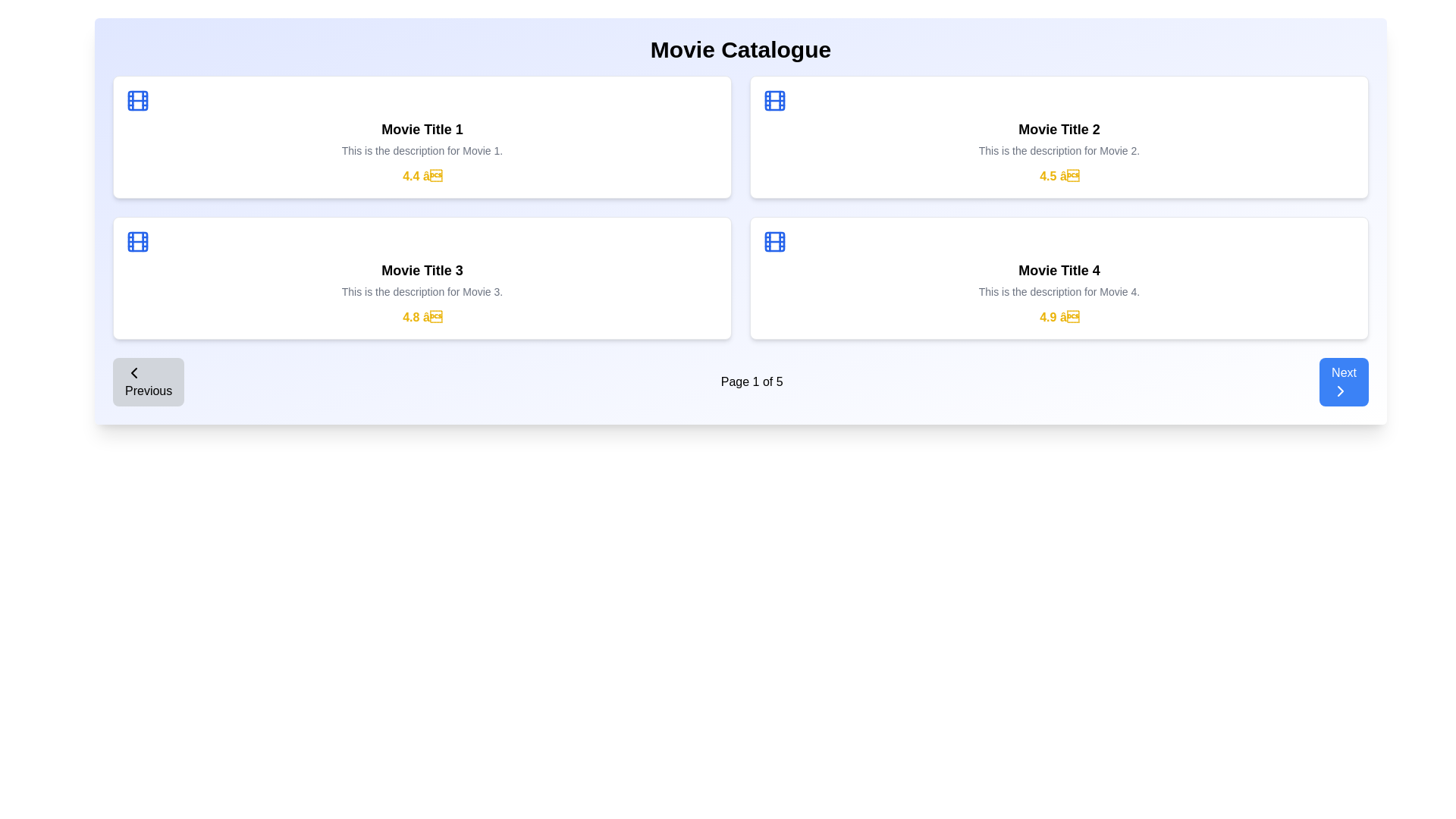 The image size is (1456, 819). Describe the element at coordinates (138, 241) in the screenshot. I see `the icon in the top-left corner of the third block titled 'Movie Title 3' in the movie catalogue view, which indicates content related to a film or movie` at that location.